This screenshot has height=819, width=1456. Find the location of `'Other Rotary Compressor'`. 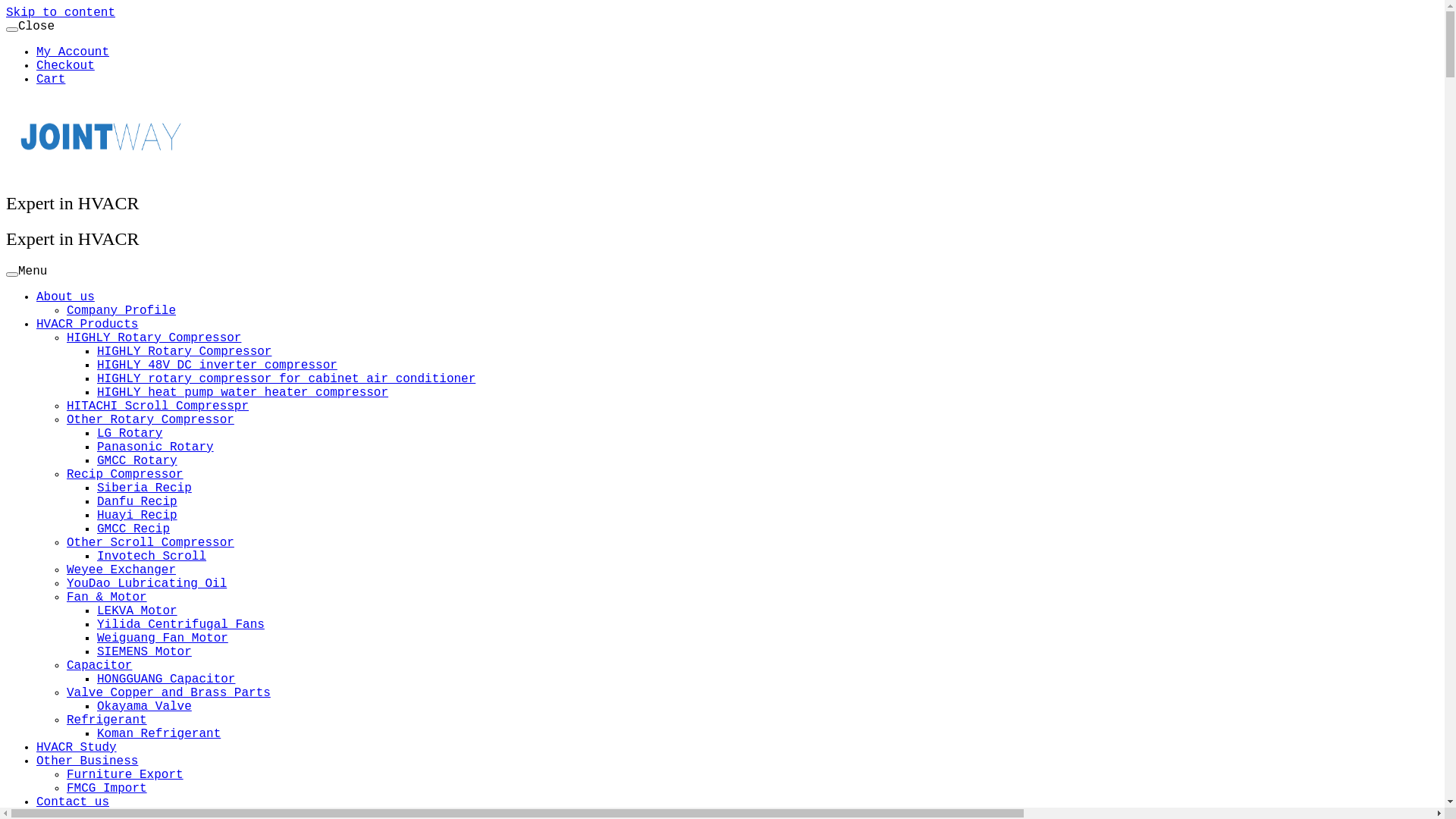

'Other Rotary Compressor' is located at coordinates (150, 420).